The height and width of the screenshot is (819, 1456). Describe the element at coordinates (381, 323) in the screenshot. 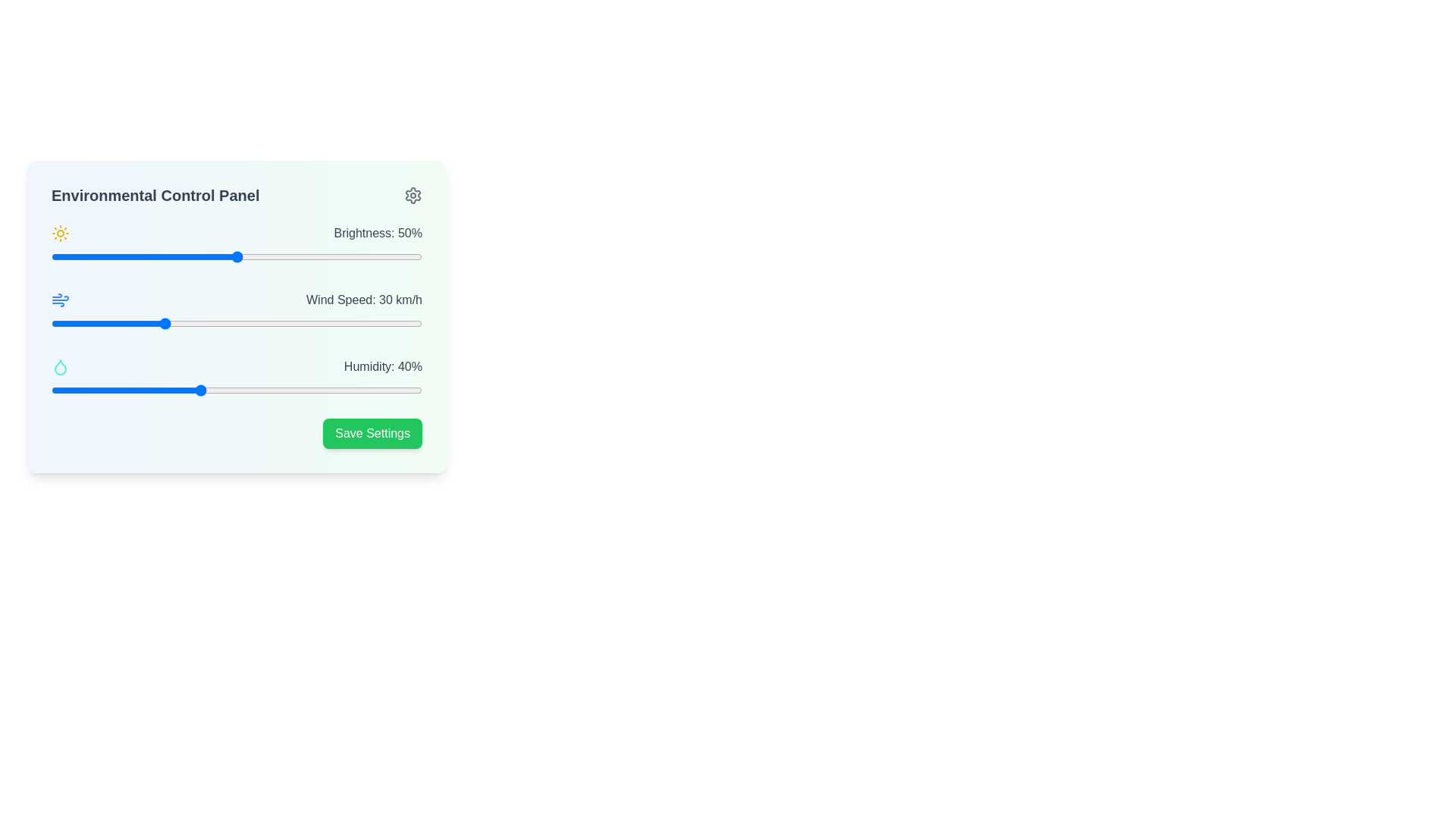

I see `the wind speed` at that location.